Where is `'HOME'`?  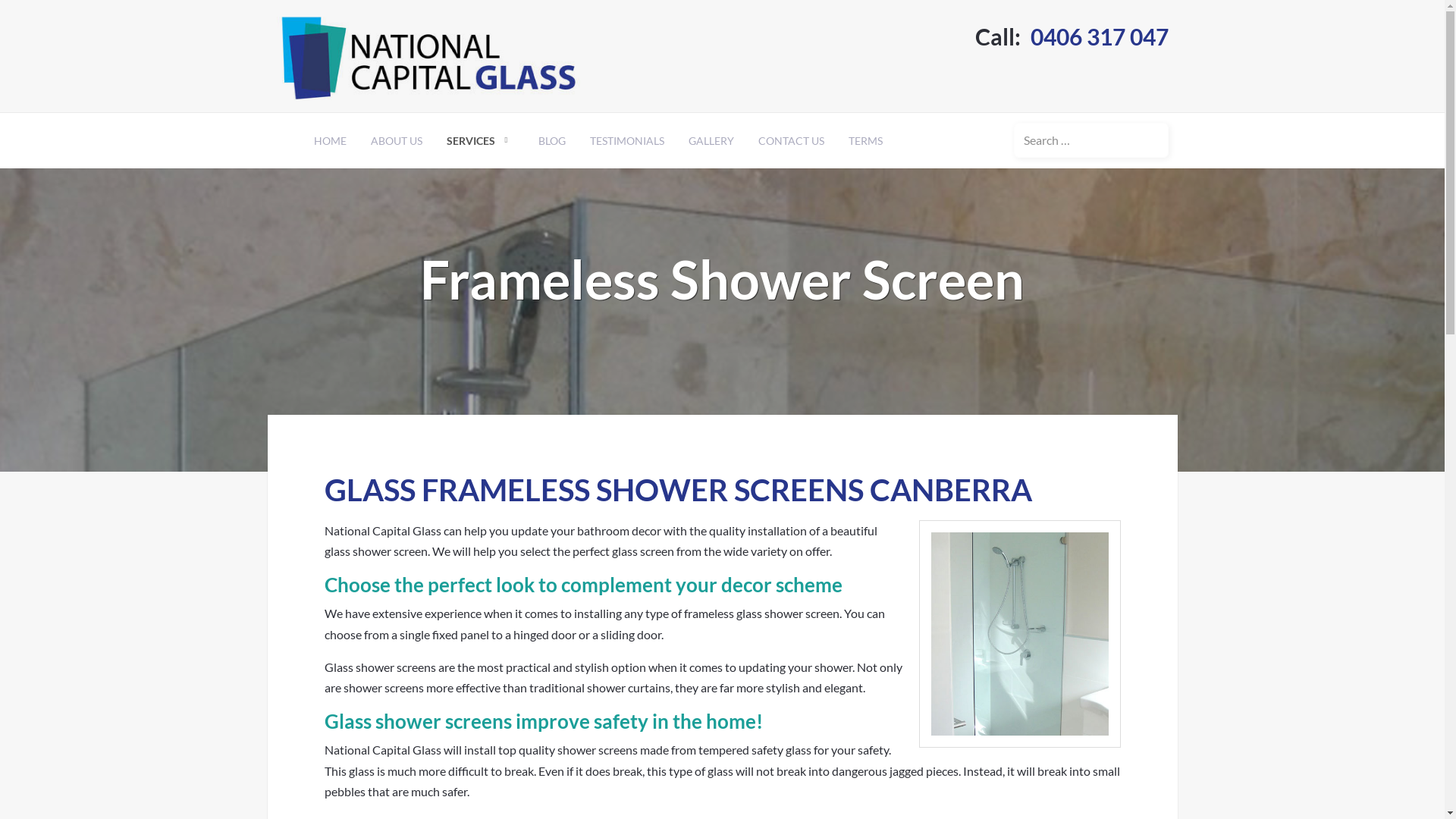
'HOME' is located at coordinates (329, 140).